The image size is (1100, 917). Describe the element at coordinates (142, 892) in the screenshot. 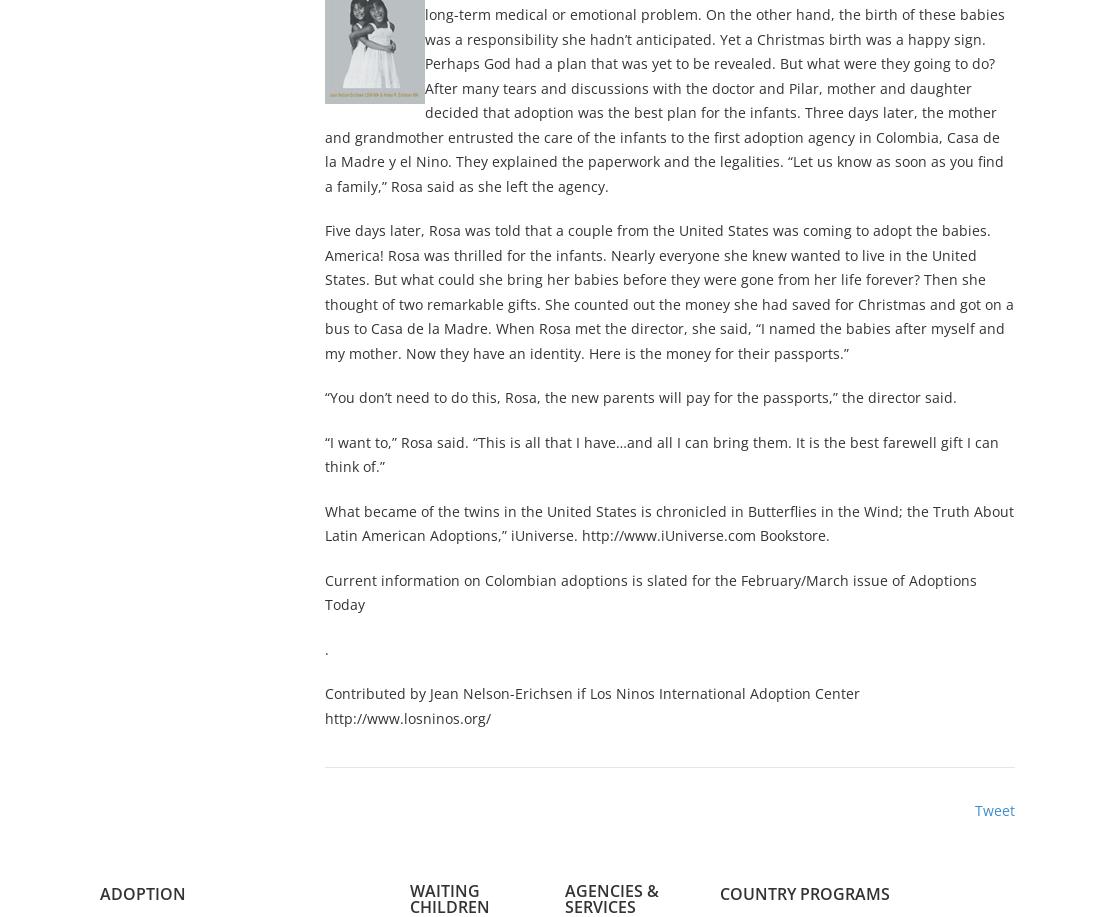

I see `'Adoption'` at that location.